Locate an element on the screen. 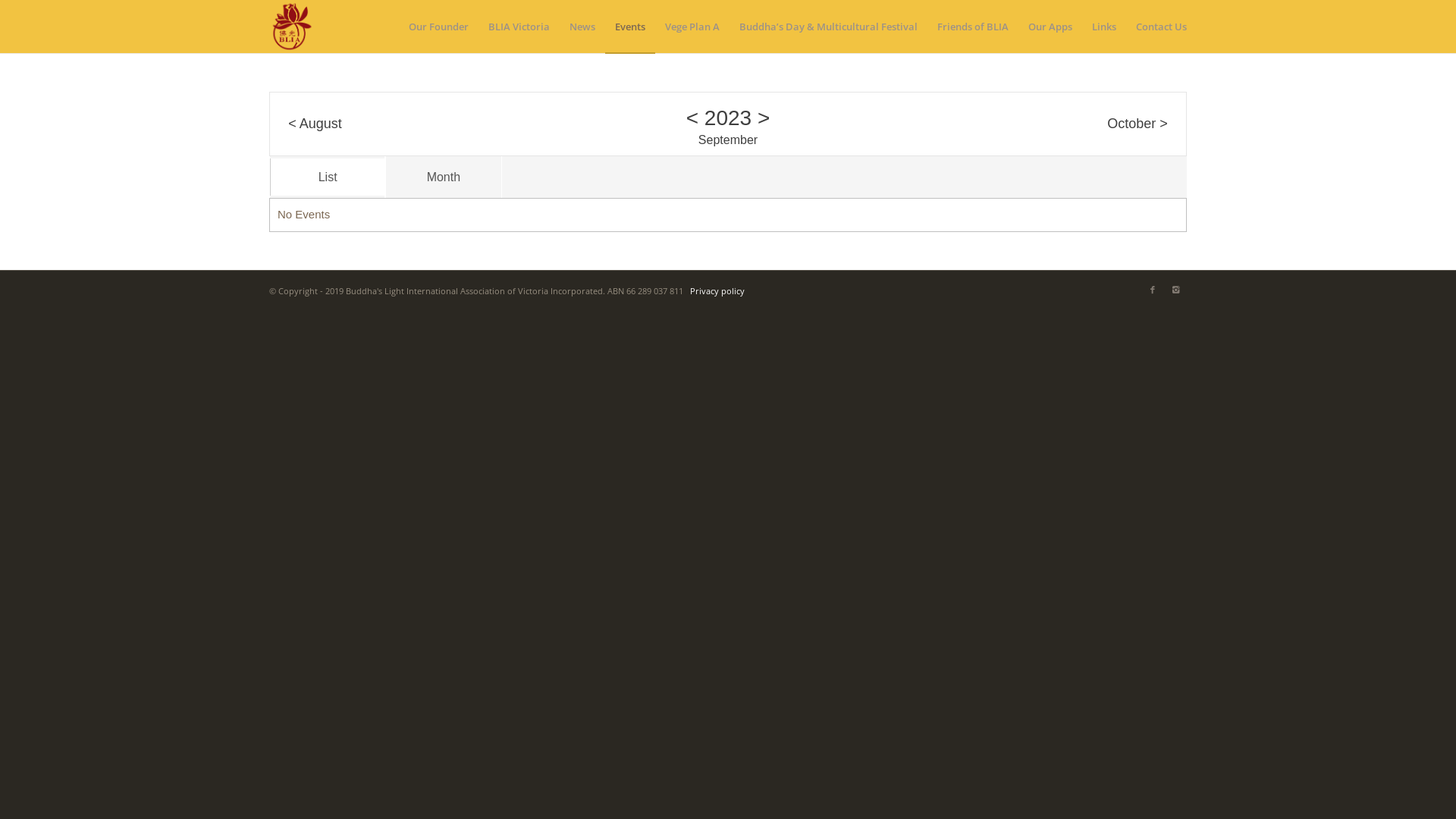  'Privacy policy' is located at coordinates (716, 290).